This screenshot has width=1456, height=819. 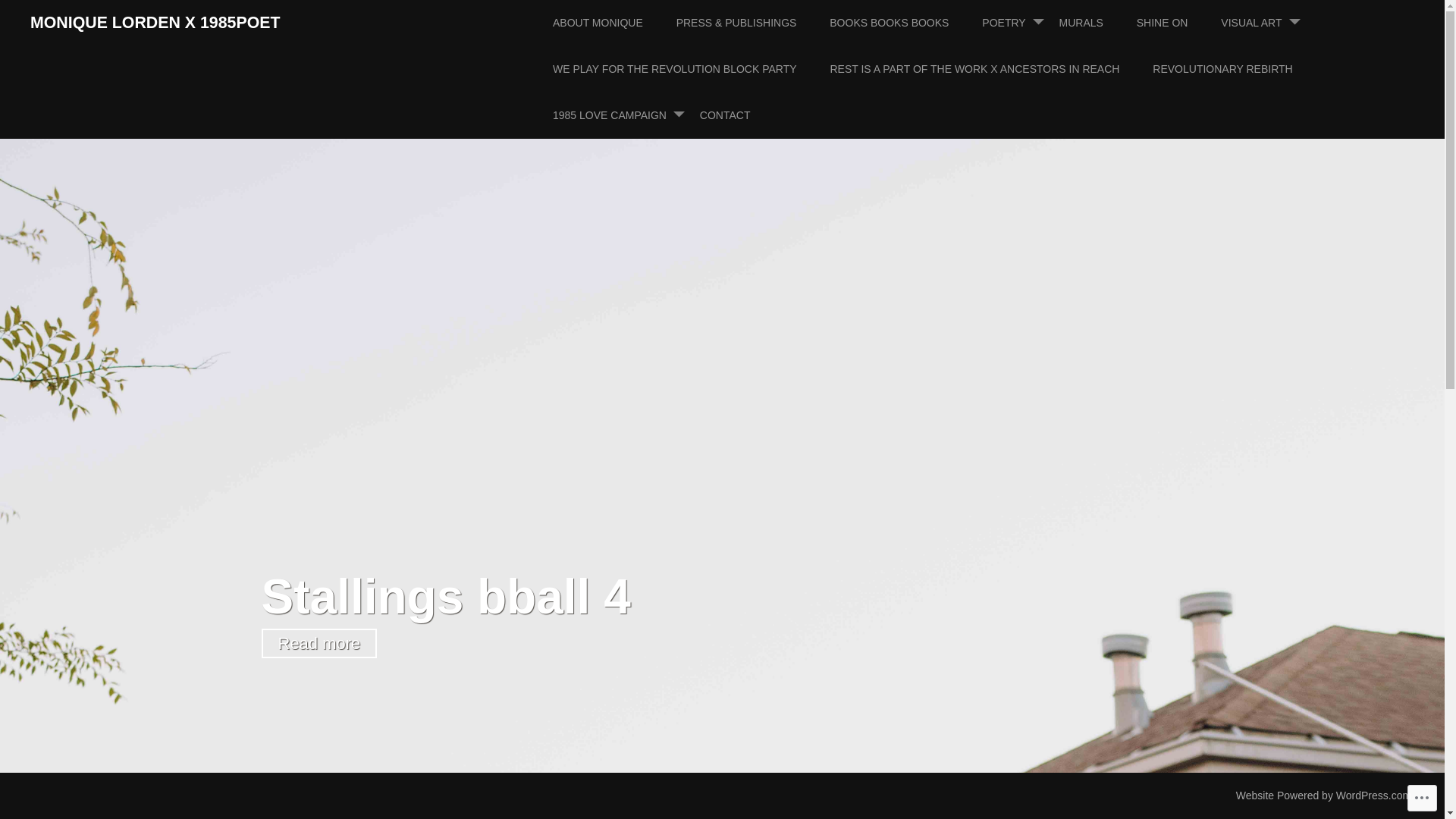 What do you see at coordinates (990, 69) in the screenshot?
I see `'REST IS A PART OF THE WORK X ANCESTORS IN REACH'` at bounding box center [990, 69].